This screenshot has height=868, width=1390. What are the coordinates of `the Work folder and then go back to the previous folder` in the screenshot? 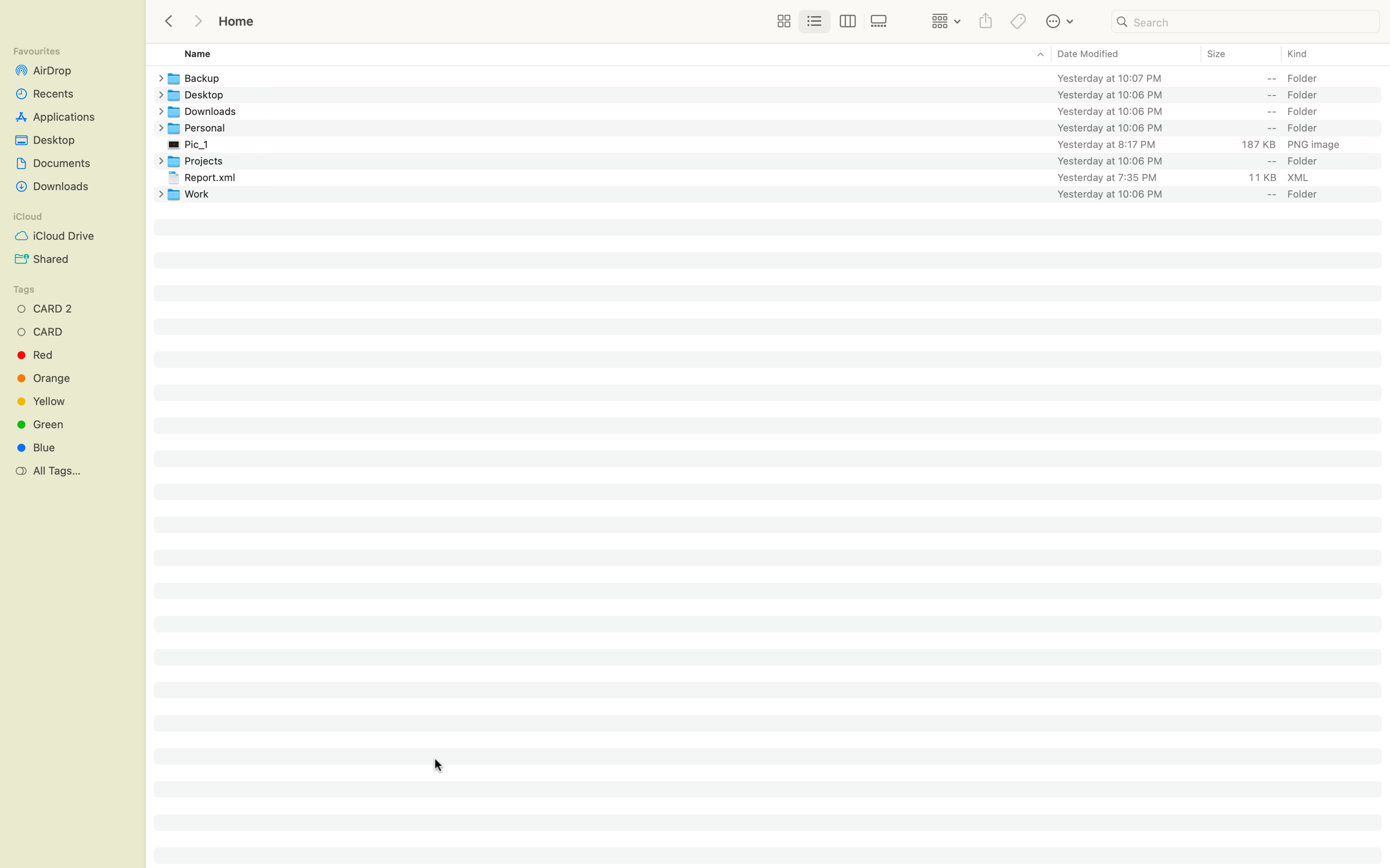 It's located at (777, 193).